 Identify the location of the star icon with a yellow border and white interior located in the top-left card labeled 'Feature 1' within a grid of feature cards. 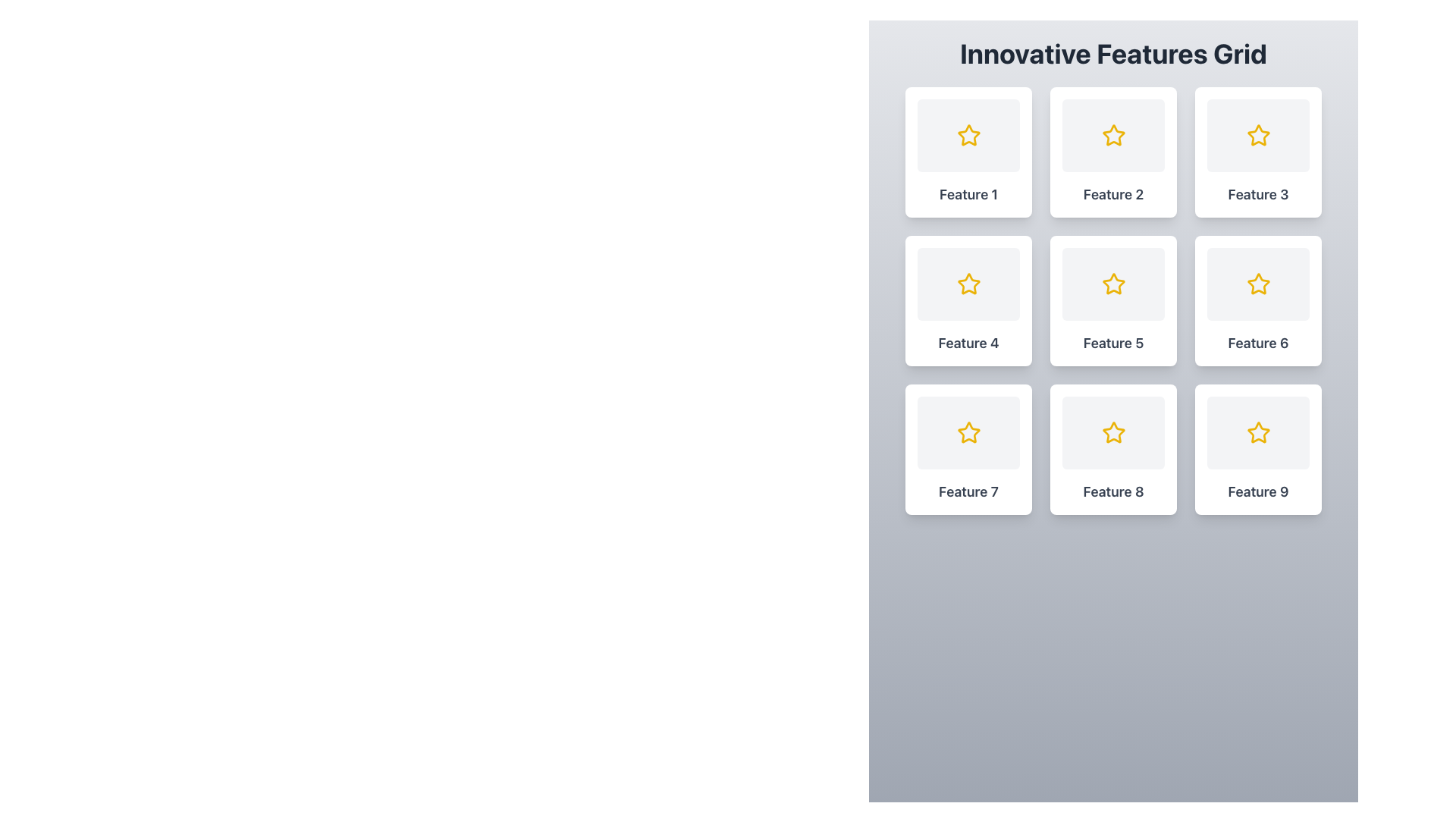
(968, 134).